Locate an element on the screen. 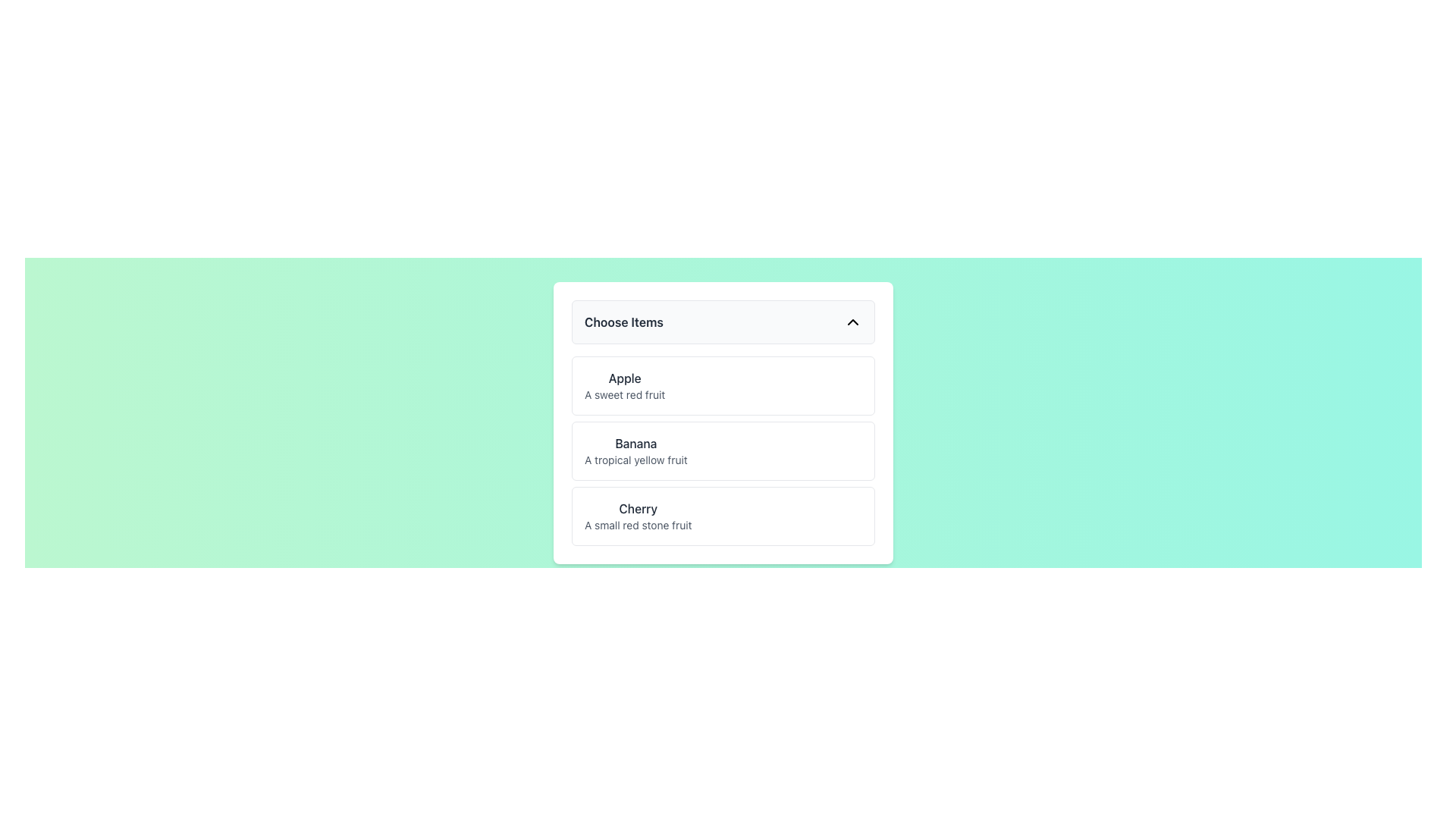 The height and width of the screenshot is (819, 1456). the Text Display element that shows information about the fruit 'Cherry', which is the third item in a vertical stack below 'Apple' and 'Banana' is located at coordinates (638, 516).